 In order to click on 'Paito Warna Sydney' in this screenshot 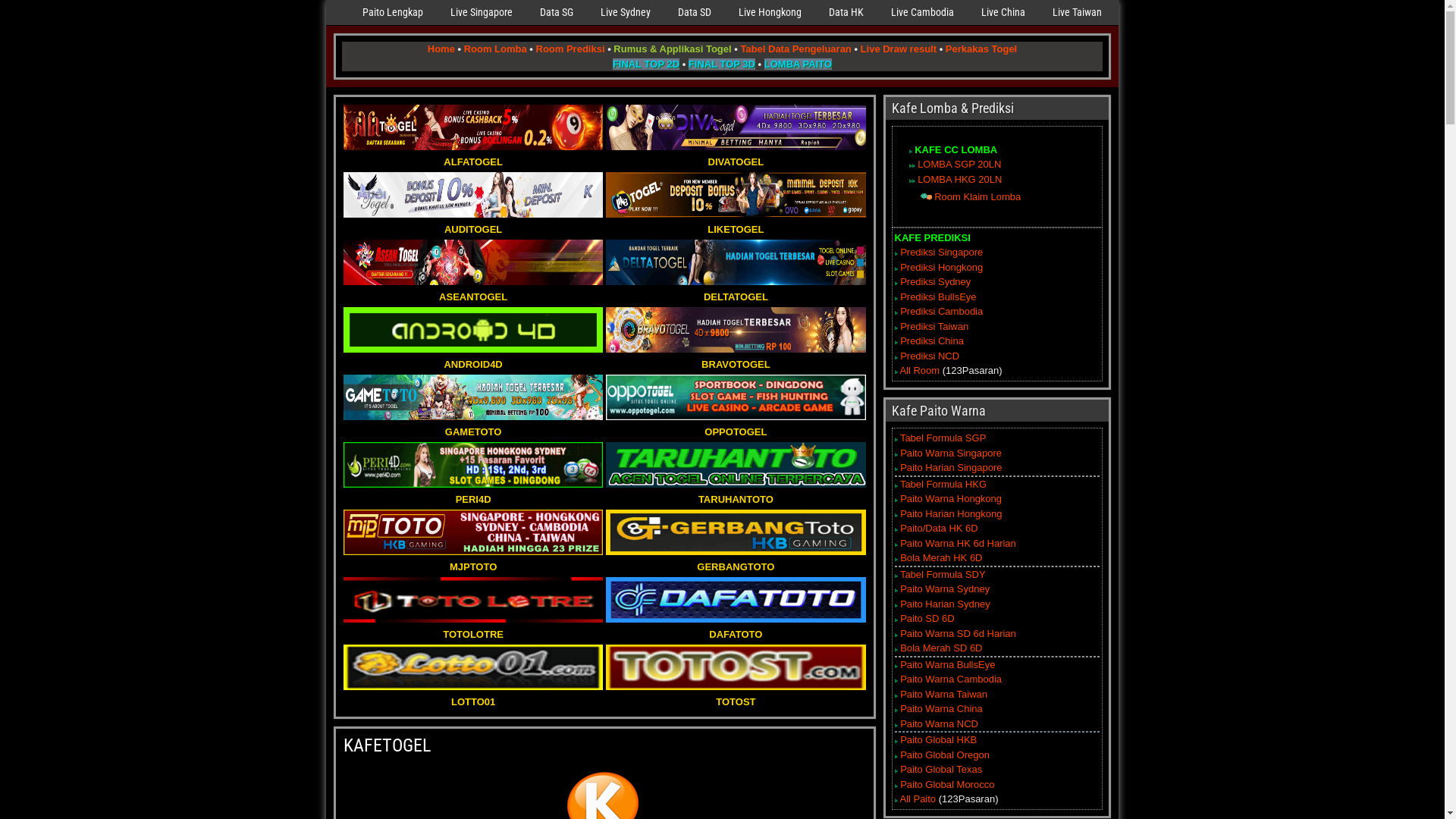, I will do `click(944, 588)`.